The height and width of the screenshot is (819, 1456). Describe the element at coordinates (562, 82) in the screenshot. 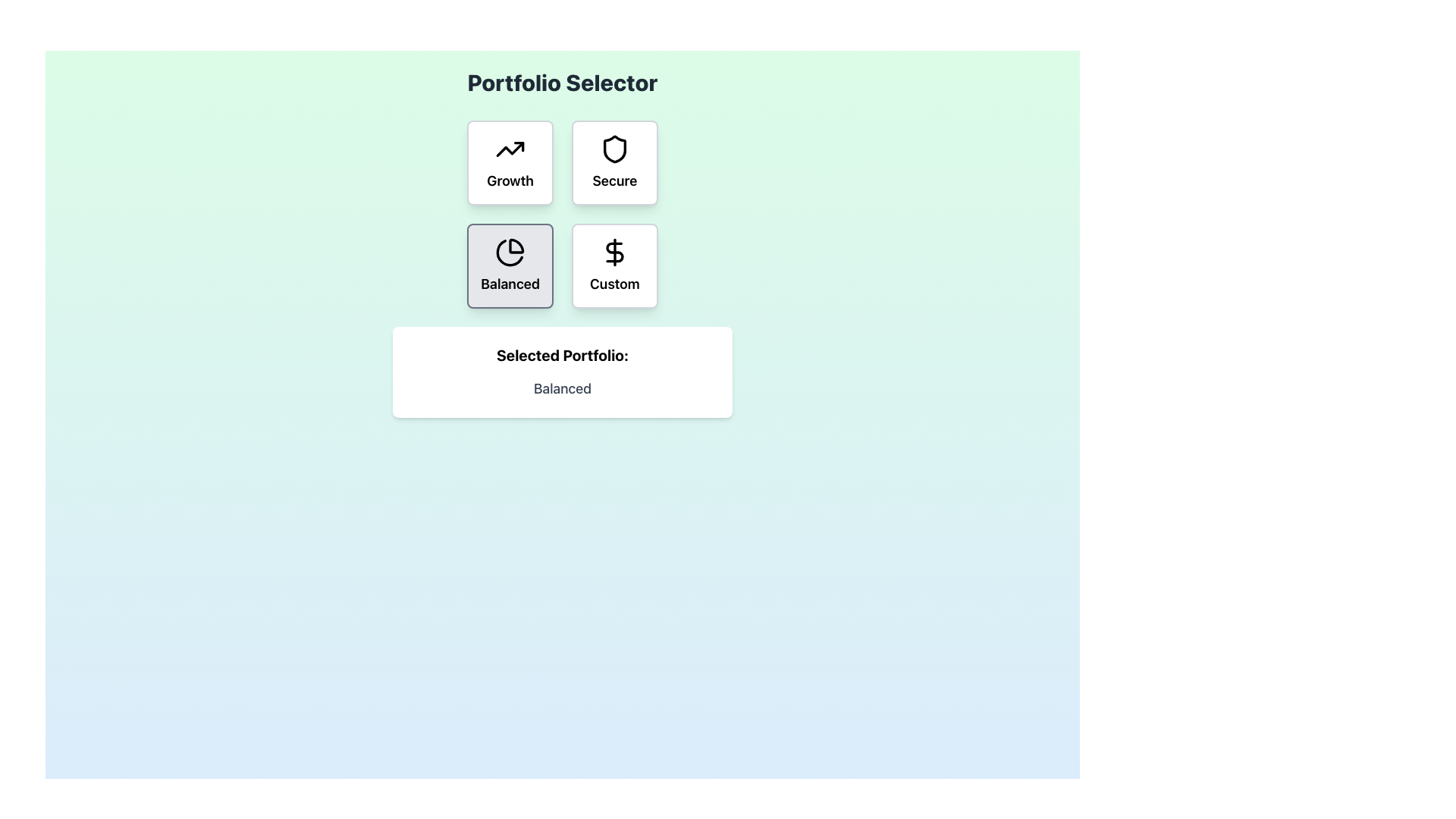

I see `the 'Portfolio Selector' text label, which is a prominent header styled with large, bold typography in dark gray, located near the top of the main layout and centered above the four options` at that location.